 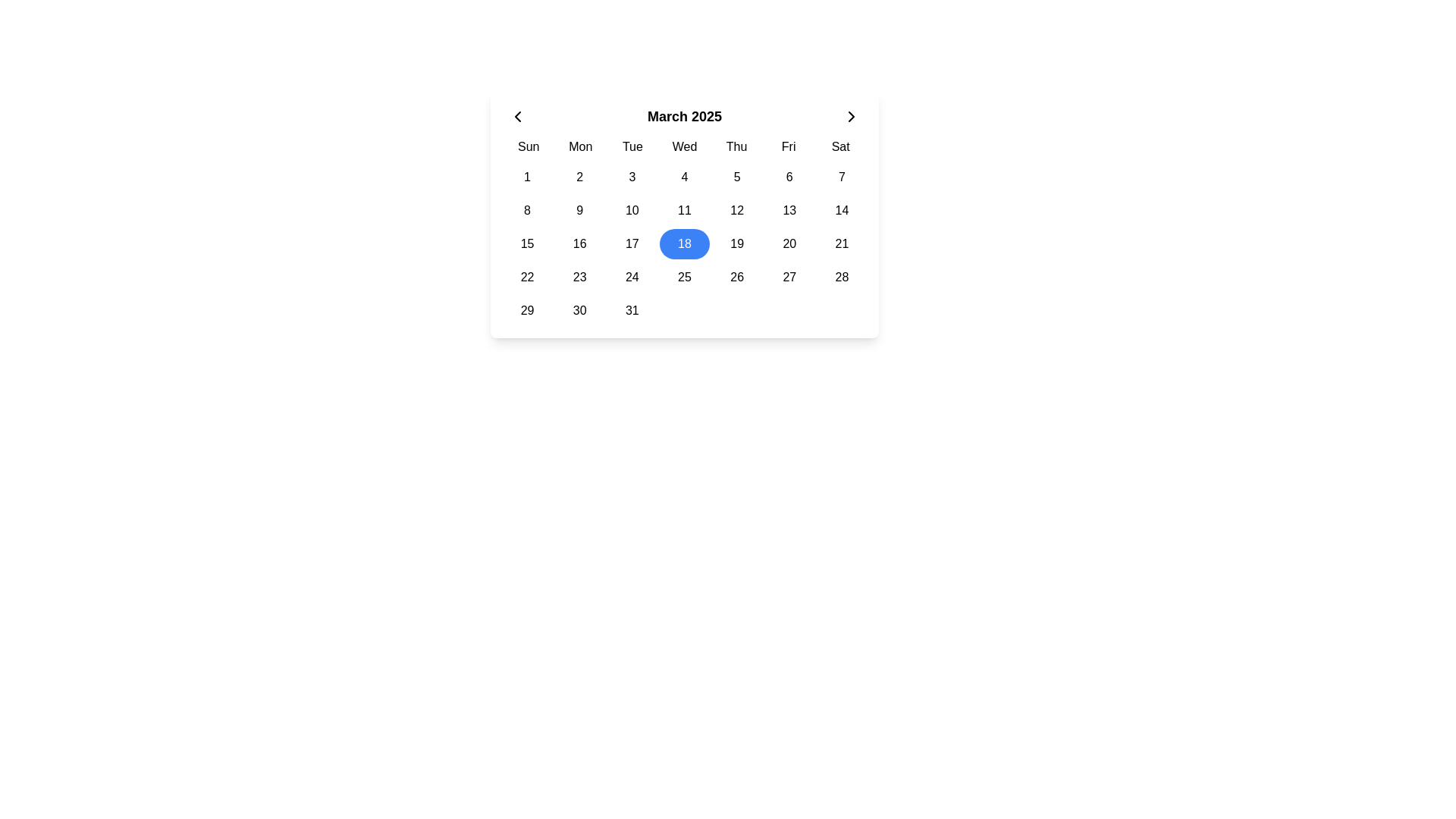 What do you see at coordinates (517, 116) in the screenshot?
I see `the left-pointing chevron icon button` at bounding box center [517, 116].